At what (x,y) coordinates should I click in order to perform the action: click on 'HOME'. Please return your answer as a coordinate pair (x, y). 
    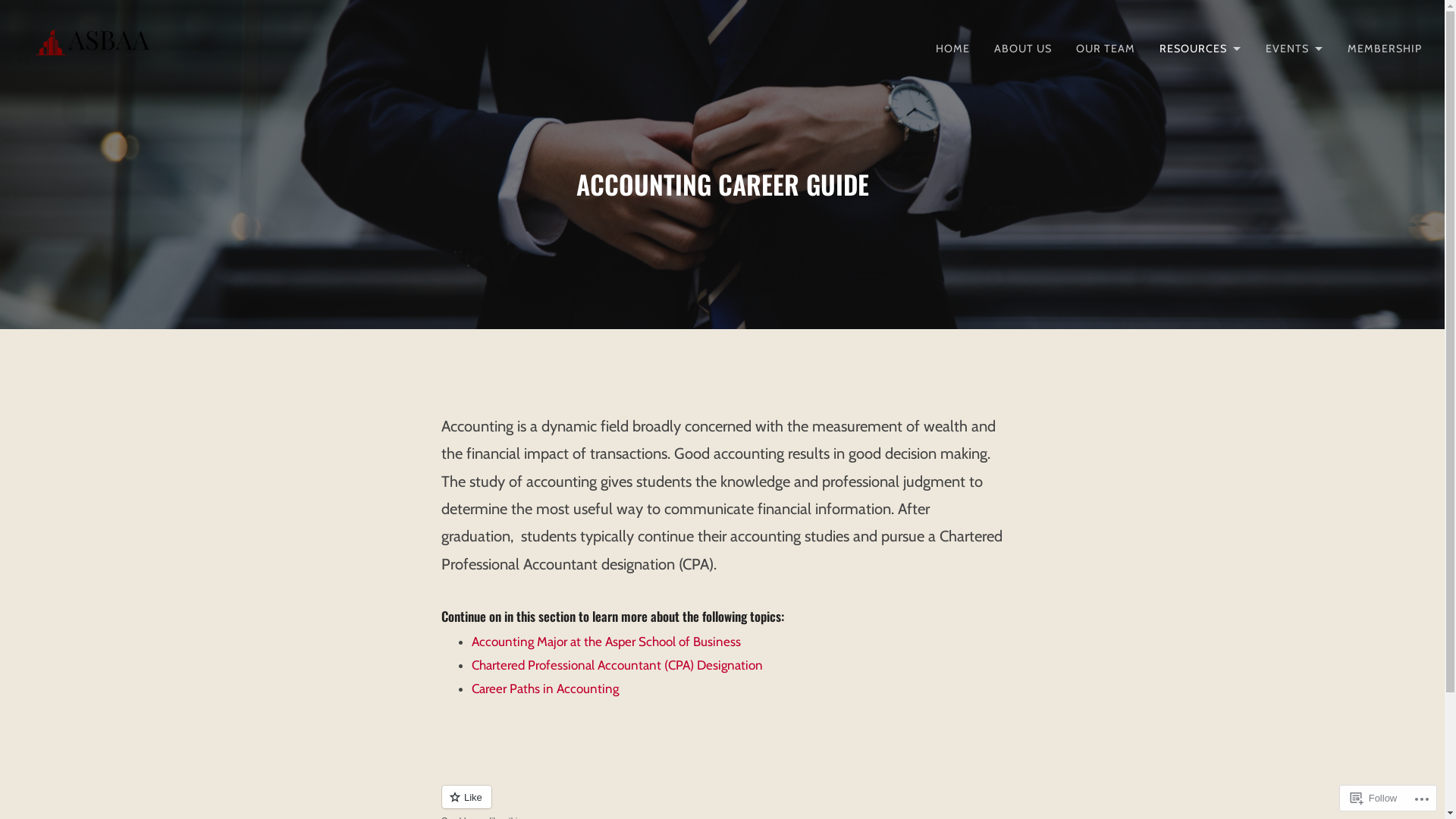
    Looking at the image, I should click on (952, 48).